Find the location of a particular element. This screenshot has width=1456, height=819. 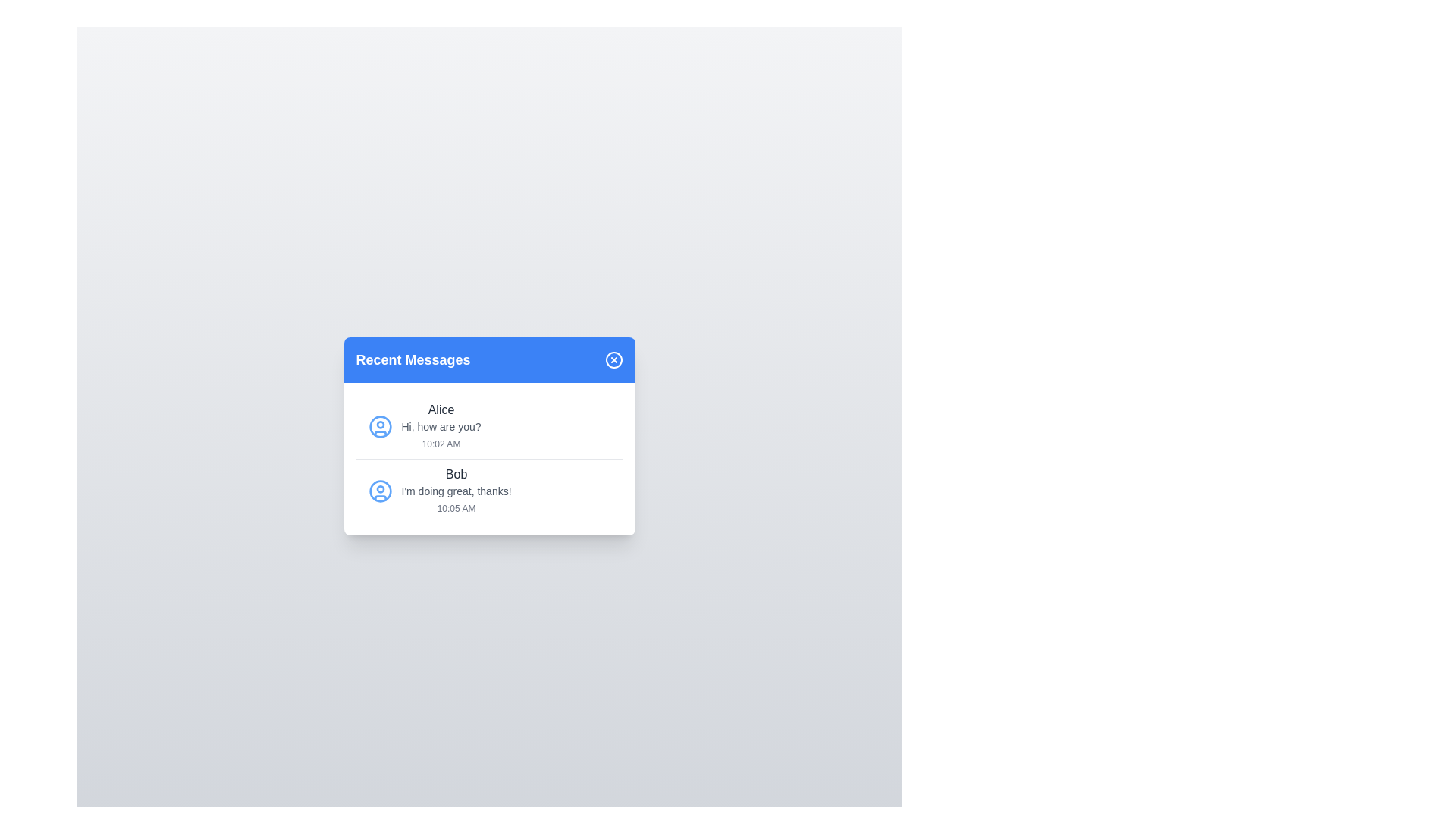

close button in the top-right corner of the dialog box is located at coordinates (613, 359).